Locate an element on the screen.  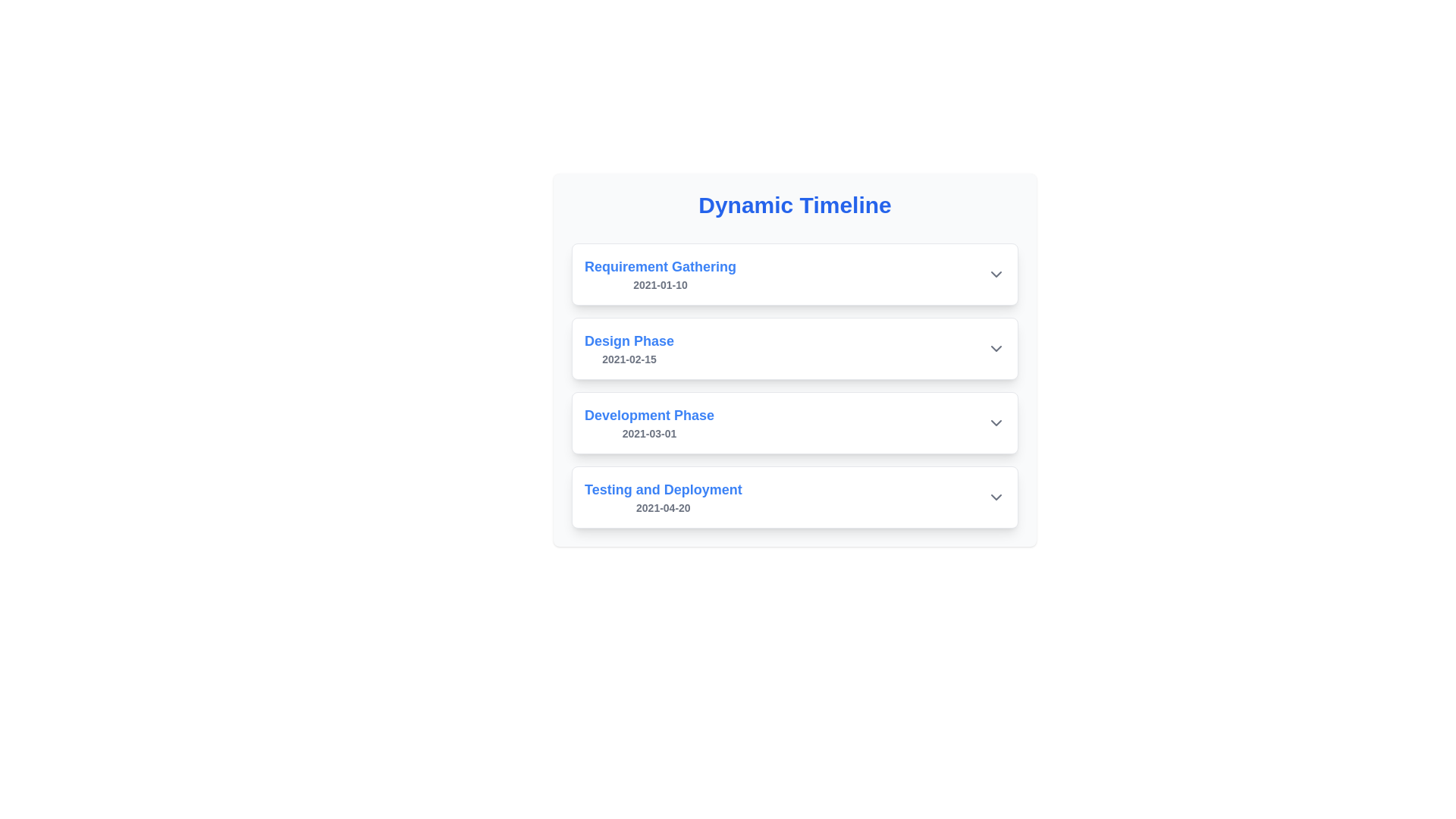
text of the fourth item in the vertical list of the timeline, located below 'Development Phase / 2021-03-01' is located at coordinates (663, 497).